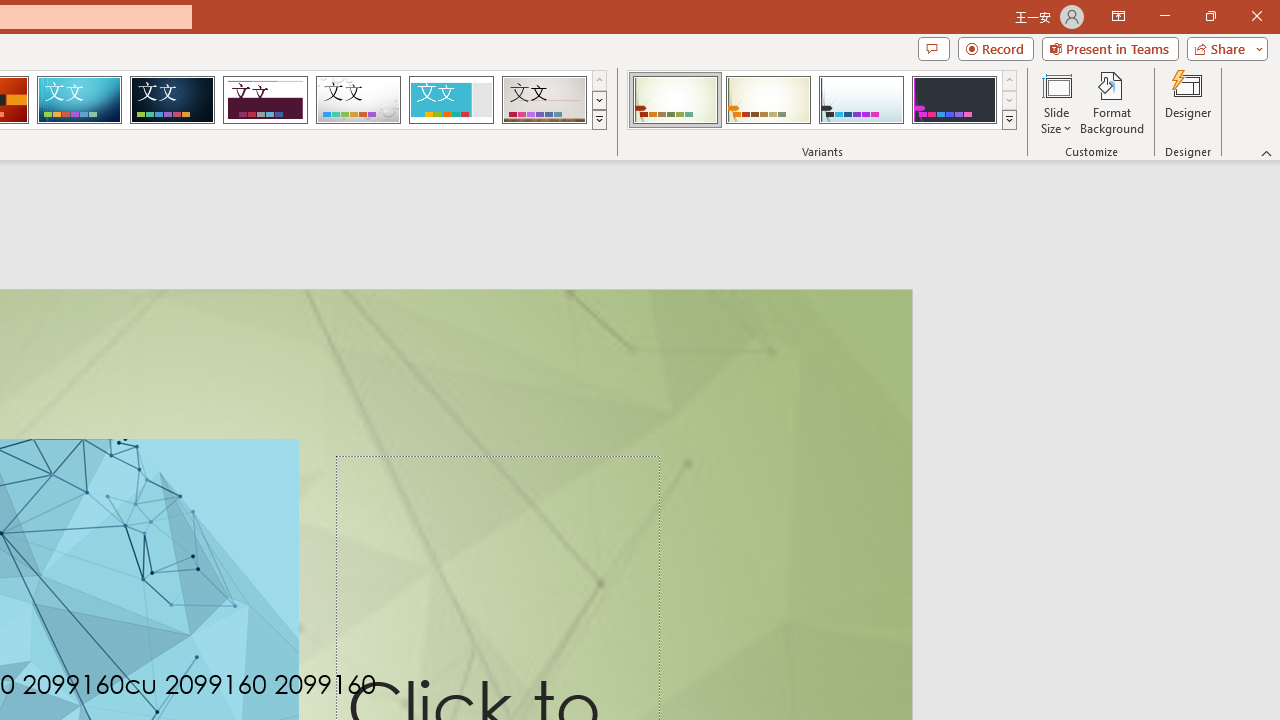  What do you see at coordinates (79, 100) in the screenshot?
I see `'Circuit'` at bounding box center [79, 100].